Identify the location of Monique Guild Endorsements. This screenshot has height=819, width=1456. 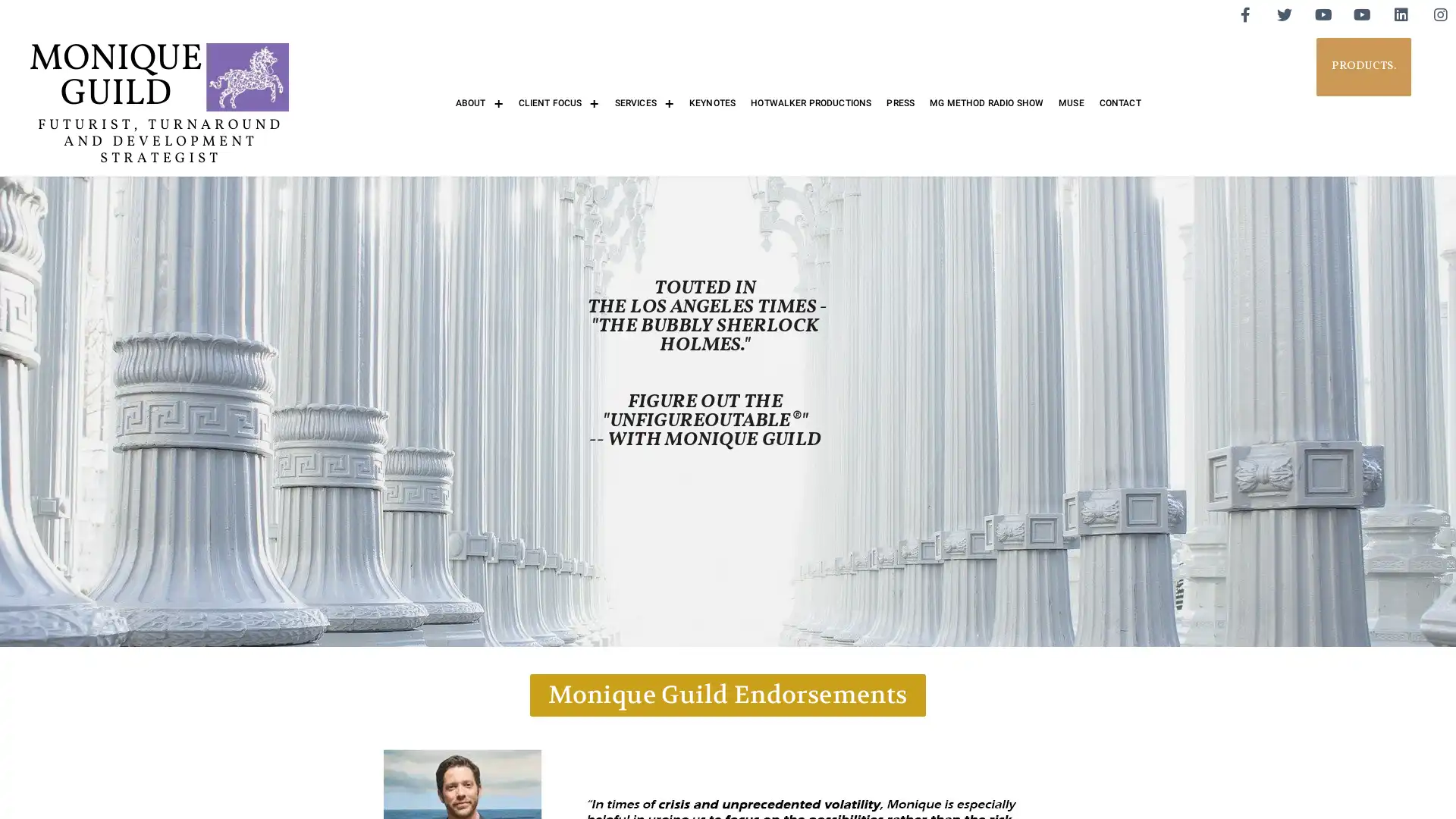
(726, 695).